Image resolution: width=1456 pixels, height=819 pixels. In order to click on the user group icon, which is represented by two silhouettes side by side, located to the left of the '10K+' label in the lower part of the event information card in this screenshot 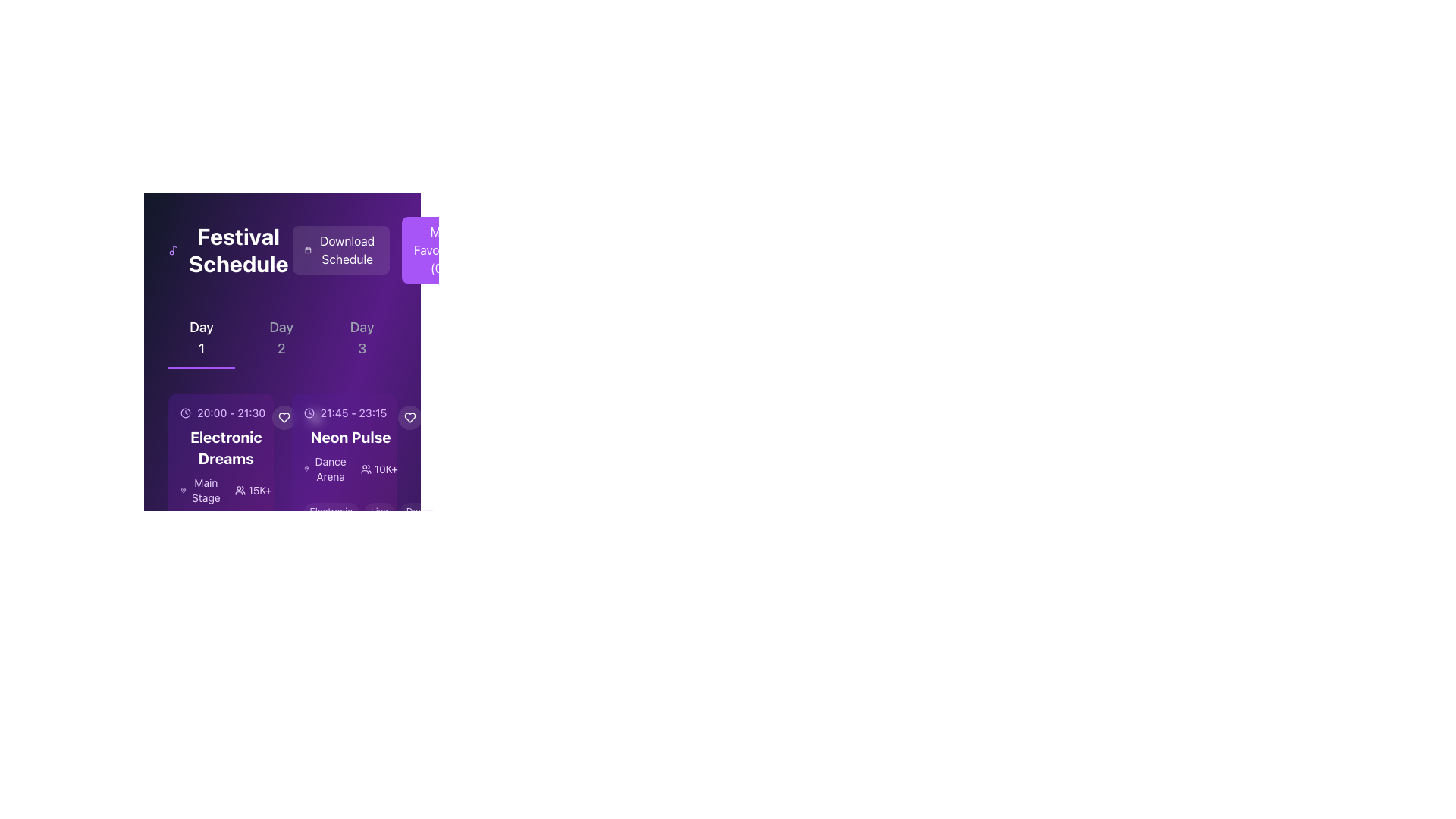, I will do `click(366, 468)`.